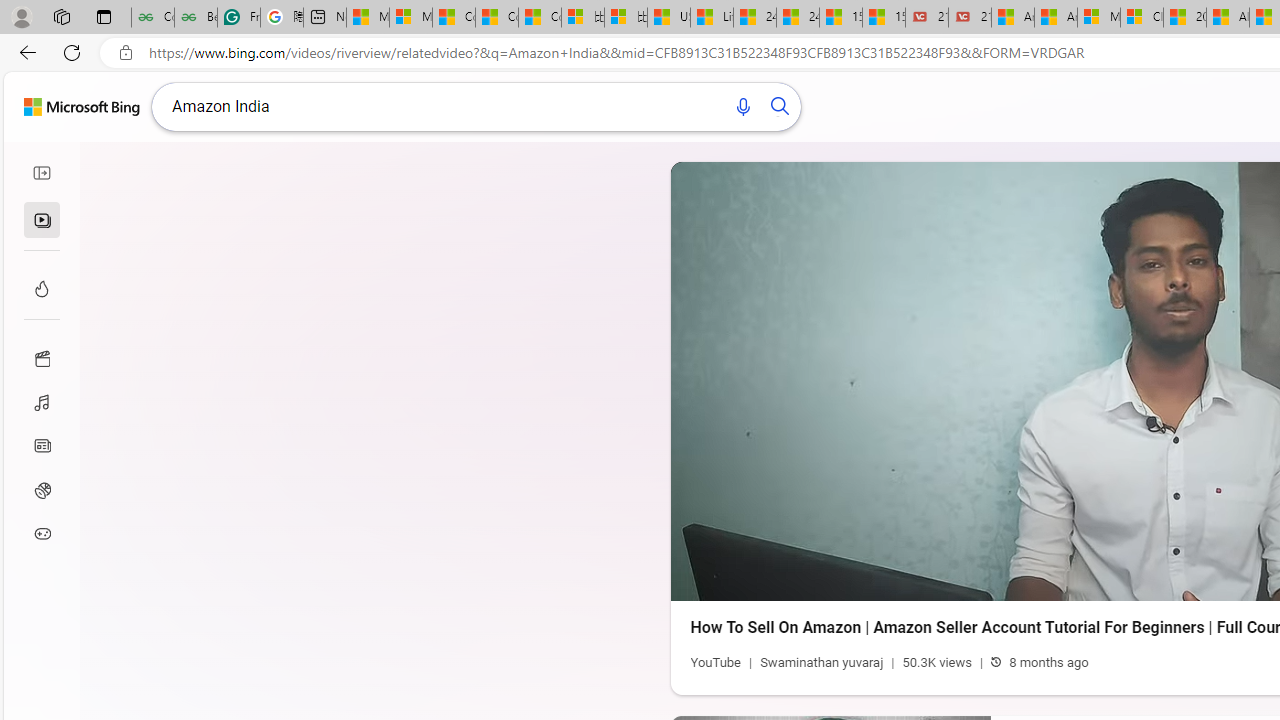 Image resolution: width=1280 pixels, height=720 pixels. Describe the element at coordinates (80, 106) in the screenshot. I see `'Back to Bing search'` at that location.